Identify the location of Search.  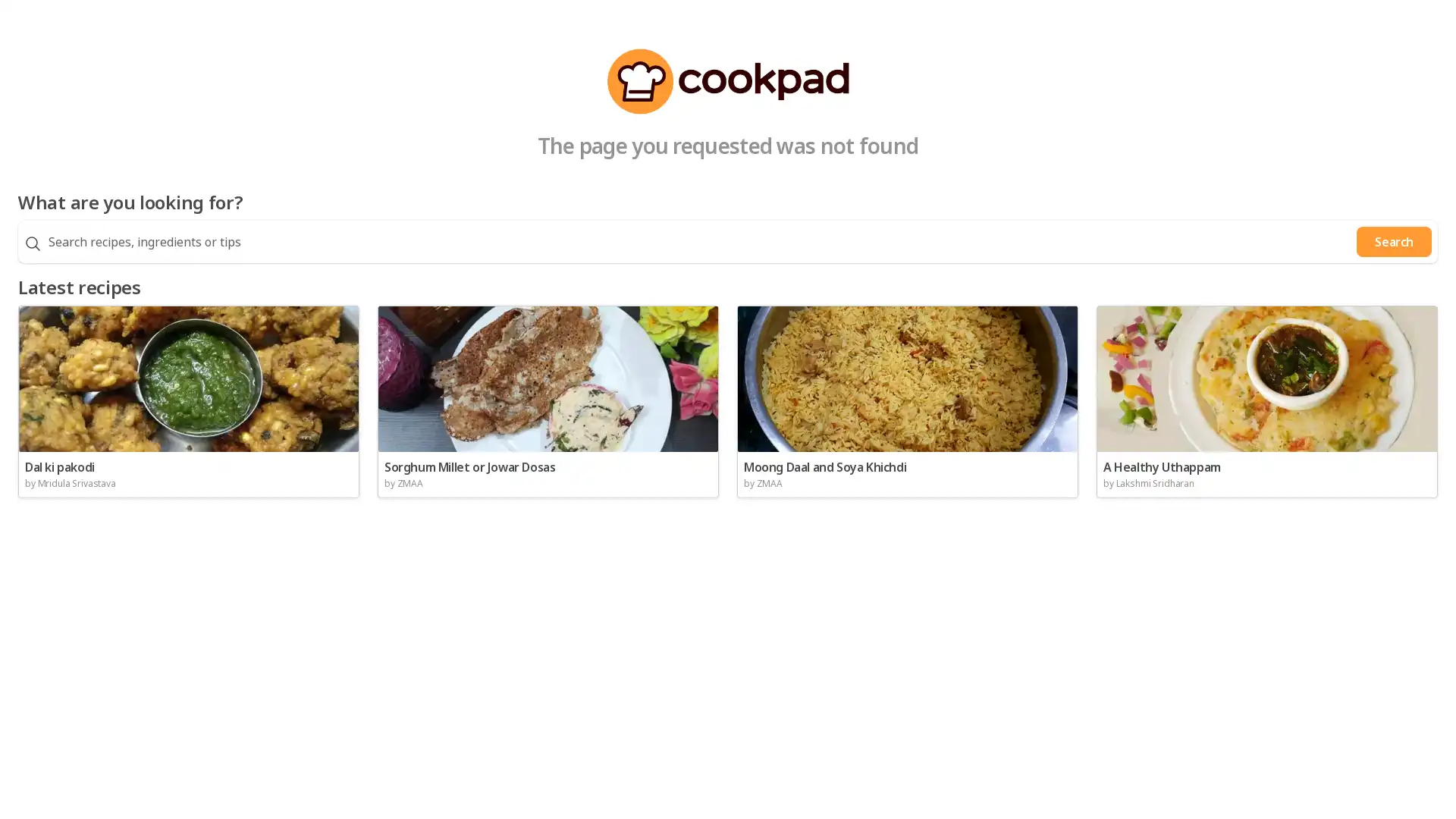
(1394, 241).